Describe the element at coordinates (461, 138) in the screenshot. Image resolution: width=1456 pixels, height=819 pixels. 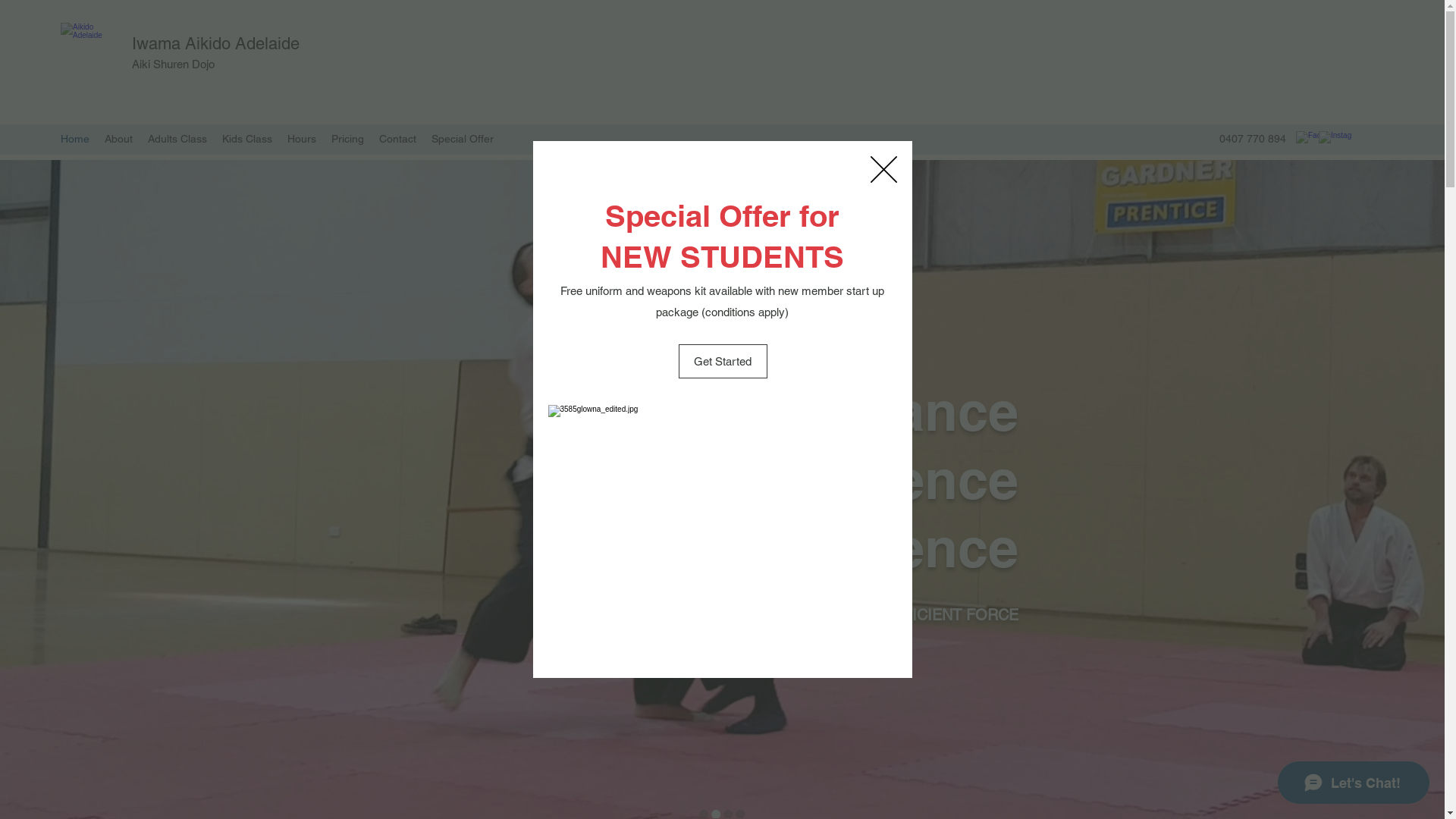
I see `'Special Offer'` at that location.